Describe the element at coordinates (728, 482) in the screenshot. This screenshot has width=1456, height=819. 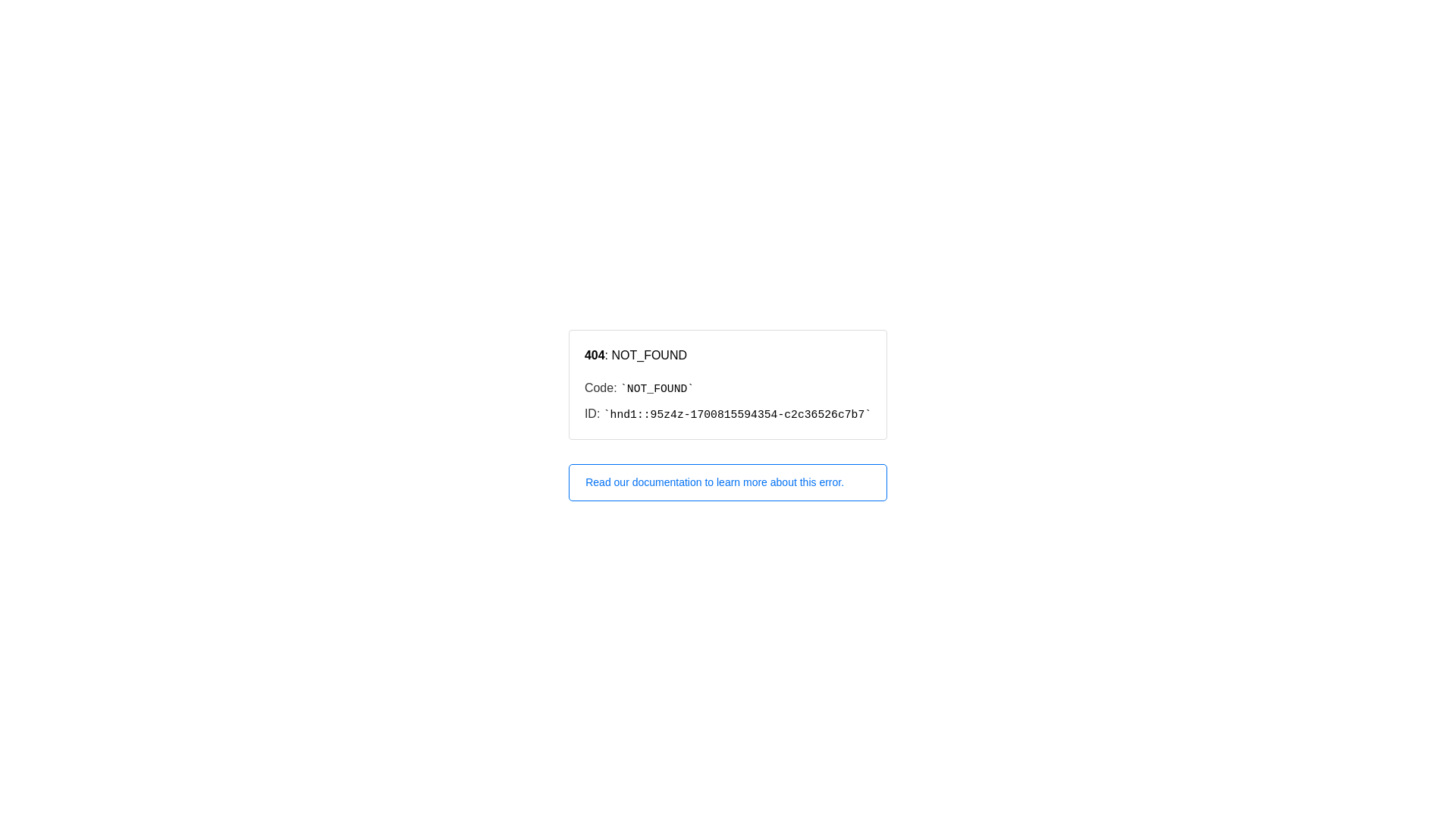
I see `'Read our documentation to learn more about this error.'` at that location.